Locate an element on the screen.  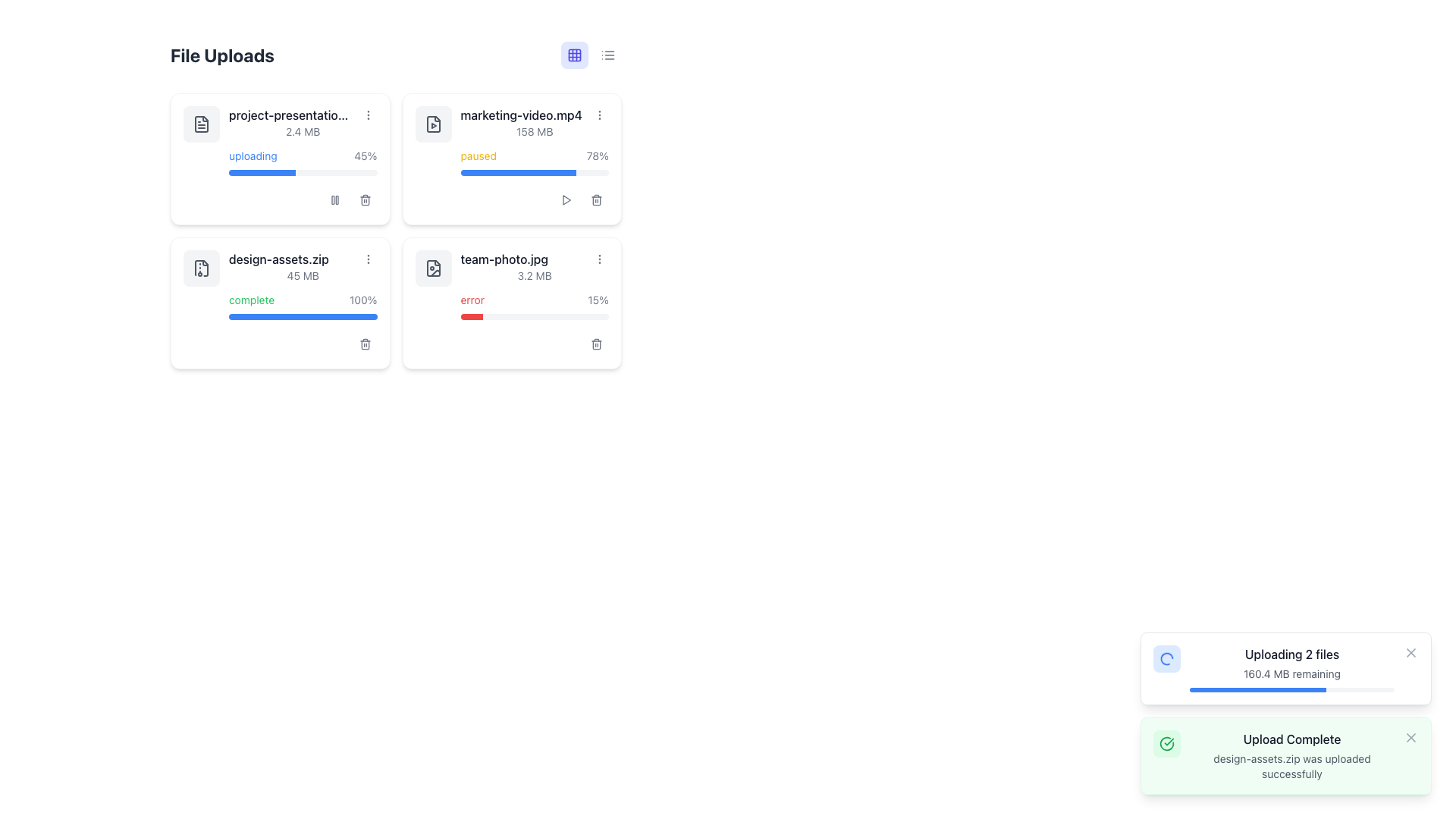
the cross-shaped icon in the top-right corner of the status notification panel is located at coordinates (1410, 651).